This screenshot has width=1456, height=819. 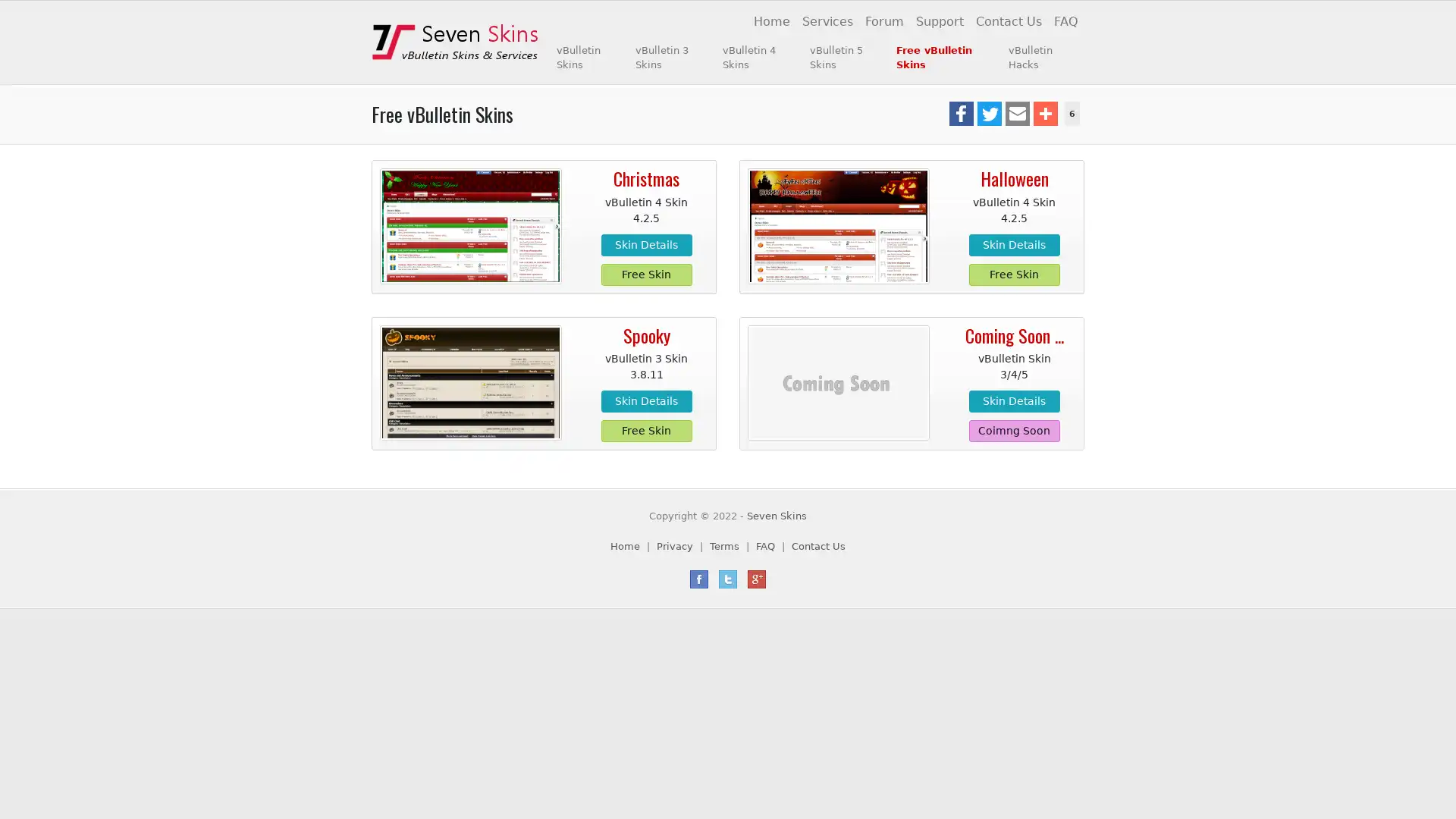 What do you see at coordinates (1014, 243) in the screenshot?
I see `Skin Details` at bounding box center [1014, 243].